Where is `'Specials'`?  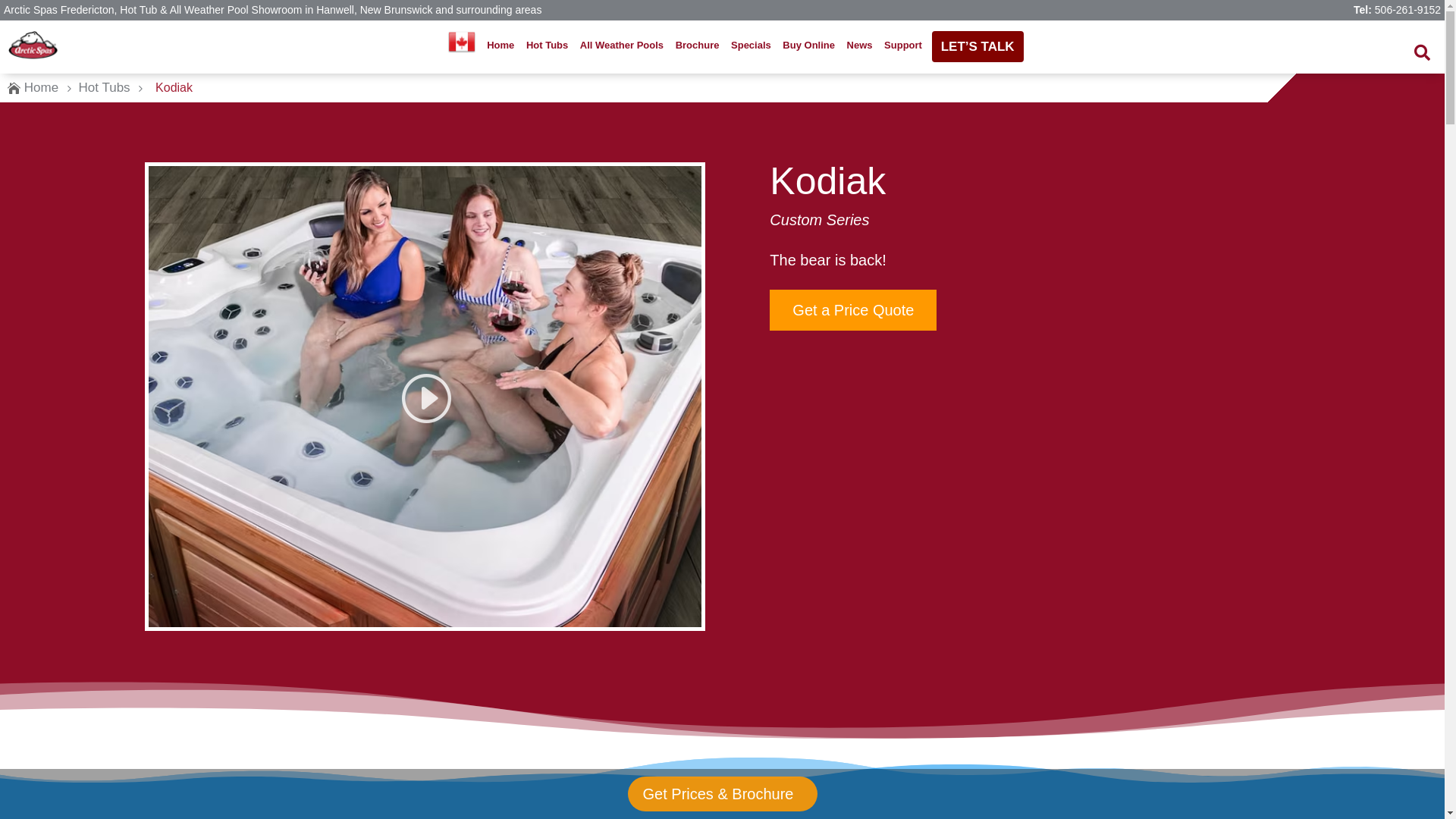
'Specials' is located at coordinates (751, 44).